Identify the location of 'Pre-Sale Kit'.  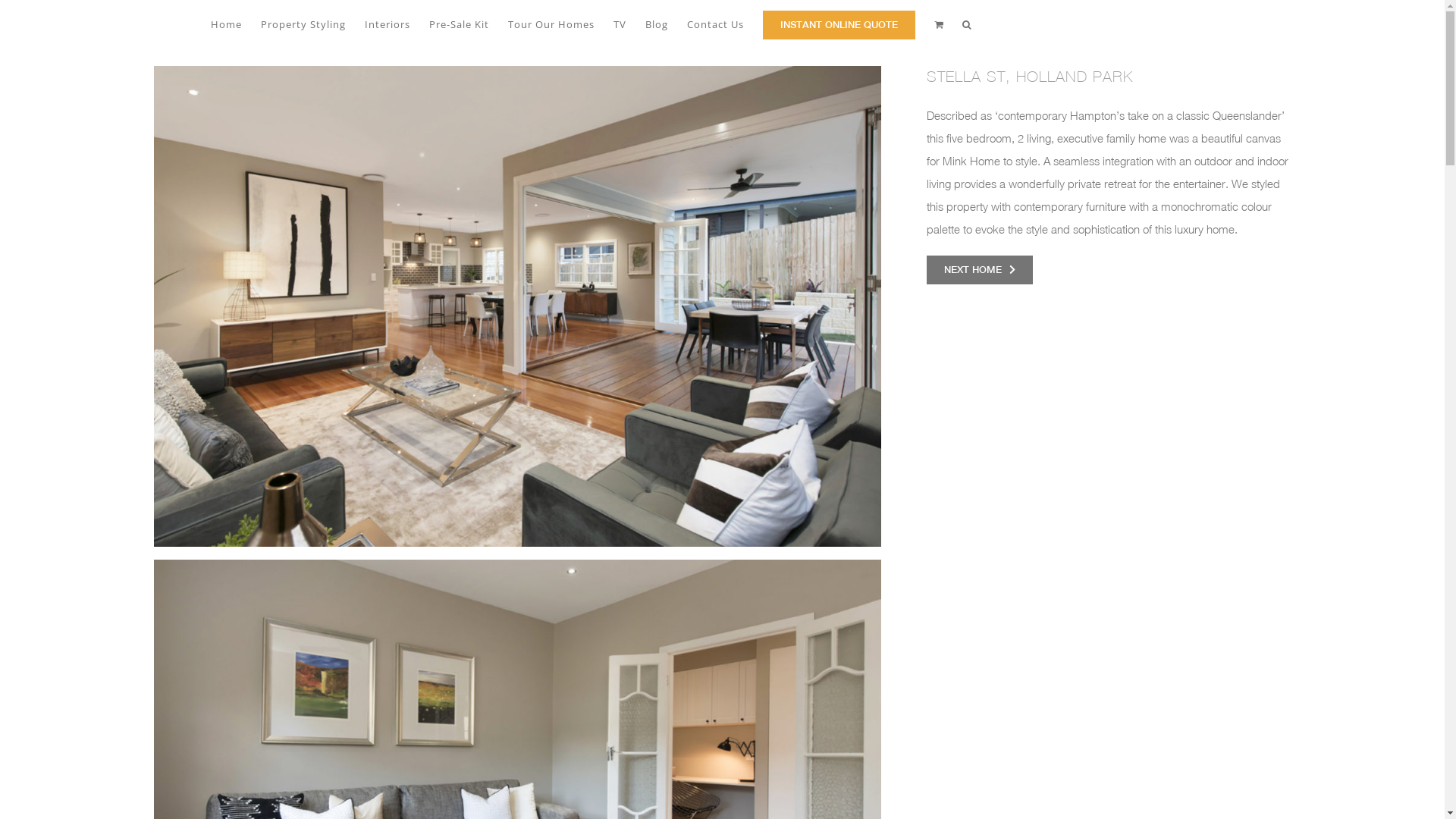
(458, 23).